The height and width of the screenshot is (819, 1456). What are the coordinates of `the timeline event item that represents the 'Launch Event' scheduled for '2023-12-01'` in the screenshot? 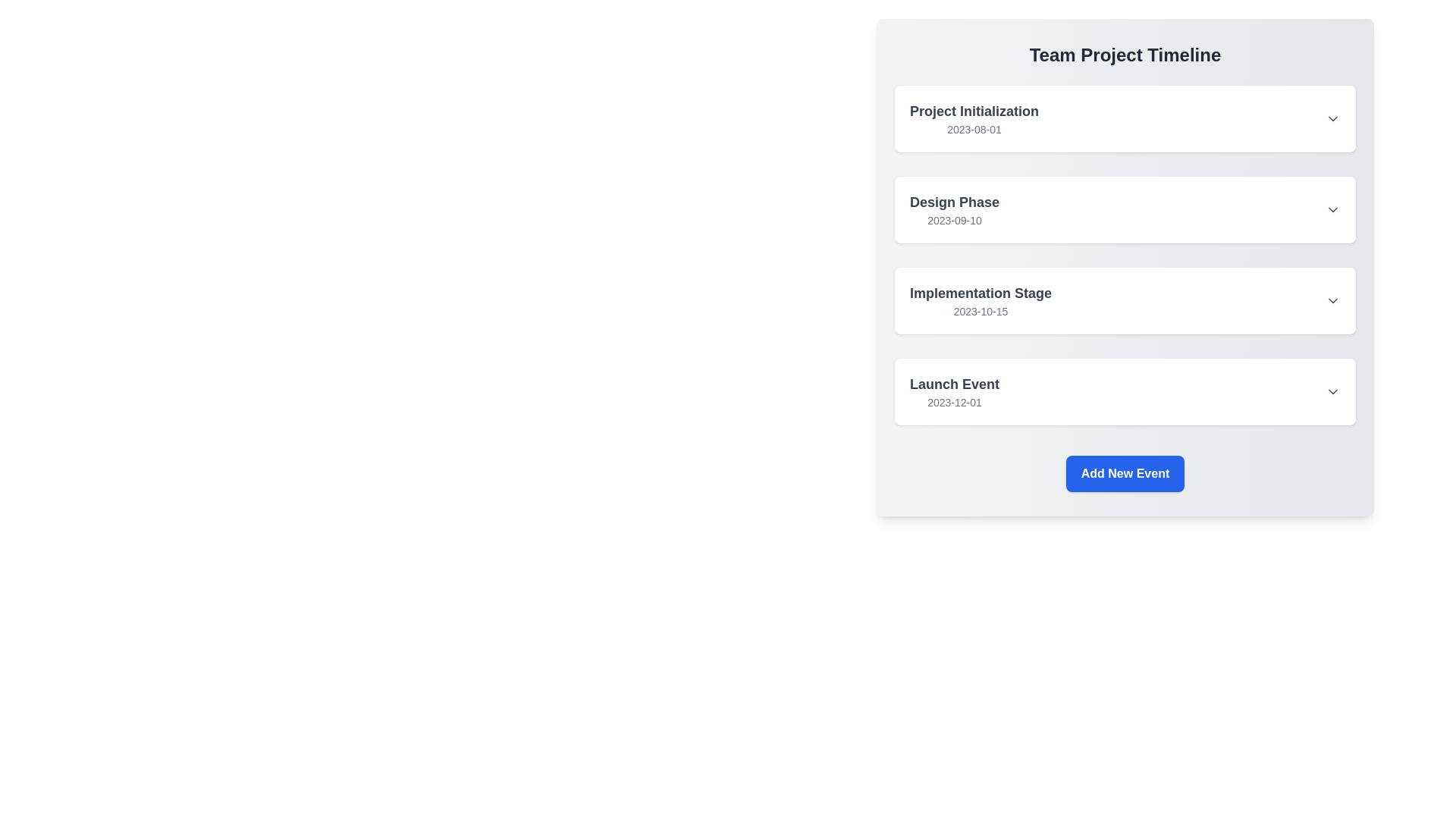 It's located at (1125, 391).